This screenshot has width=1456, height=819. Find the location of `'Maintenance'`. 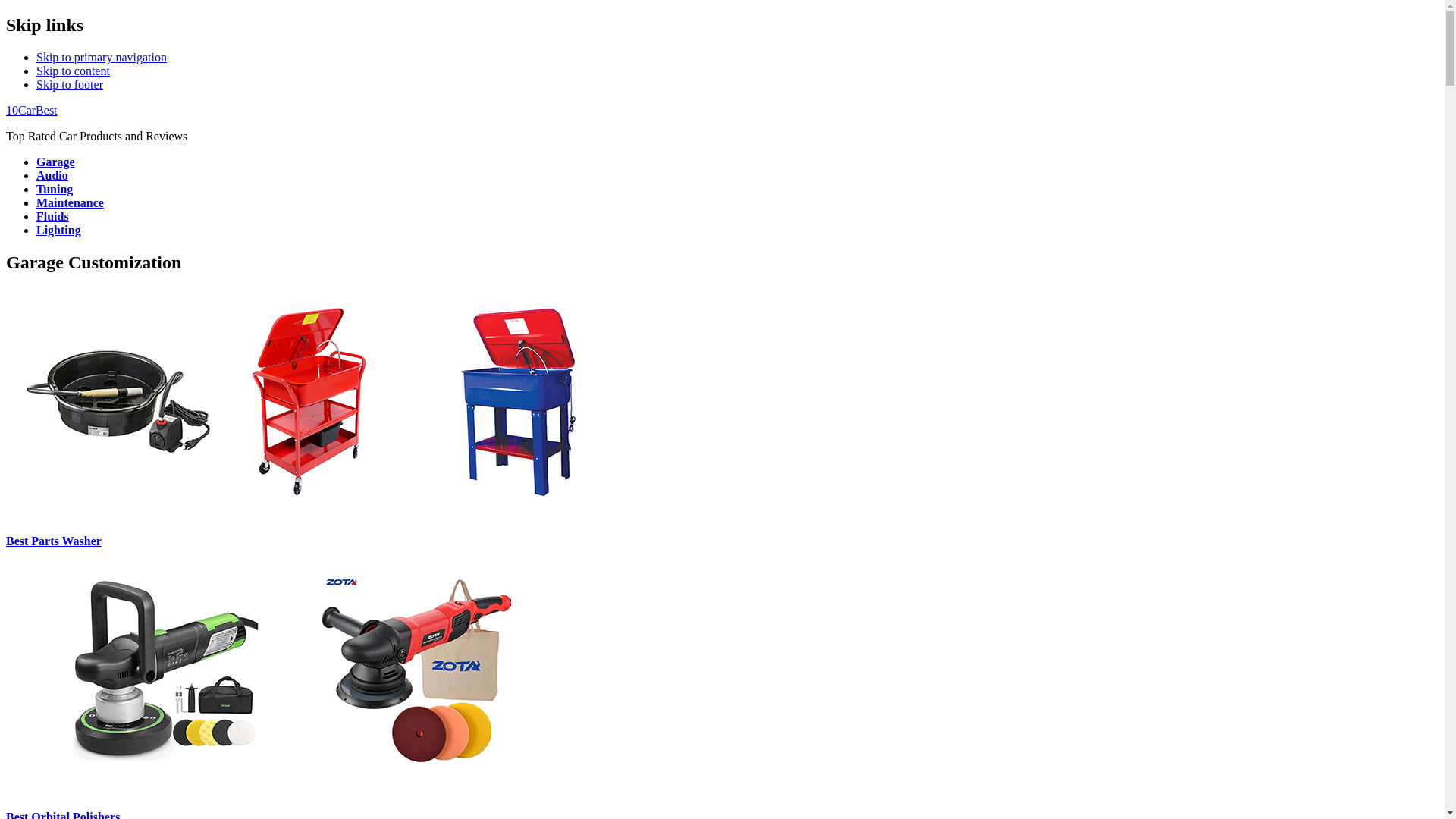

'Maintenance' is located at coordinates (69, 202).